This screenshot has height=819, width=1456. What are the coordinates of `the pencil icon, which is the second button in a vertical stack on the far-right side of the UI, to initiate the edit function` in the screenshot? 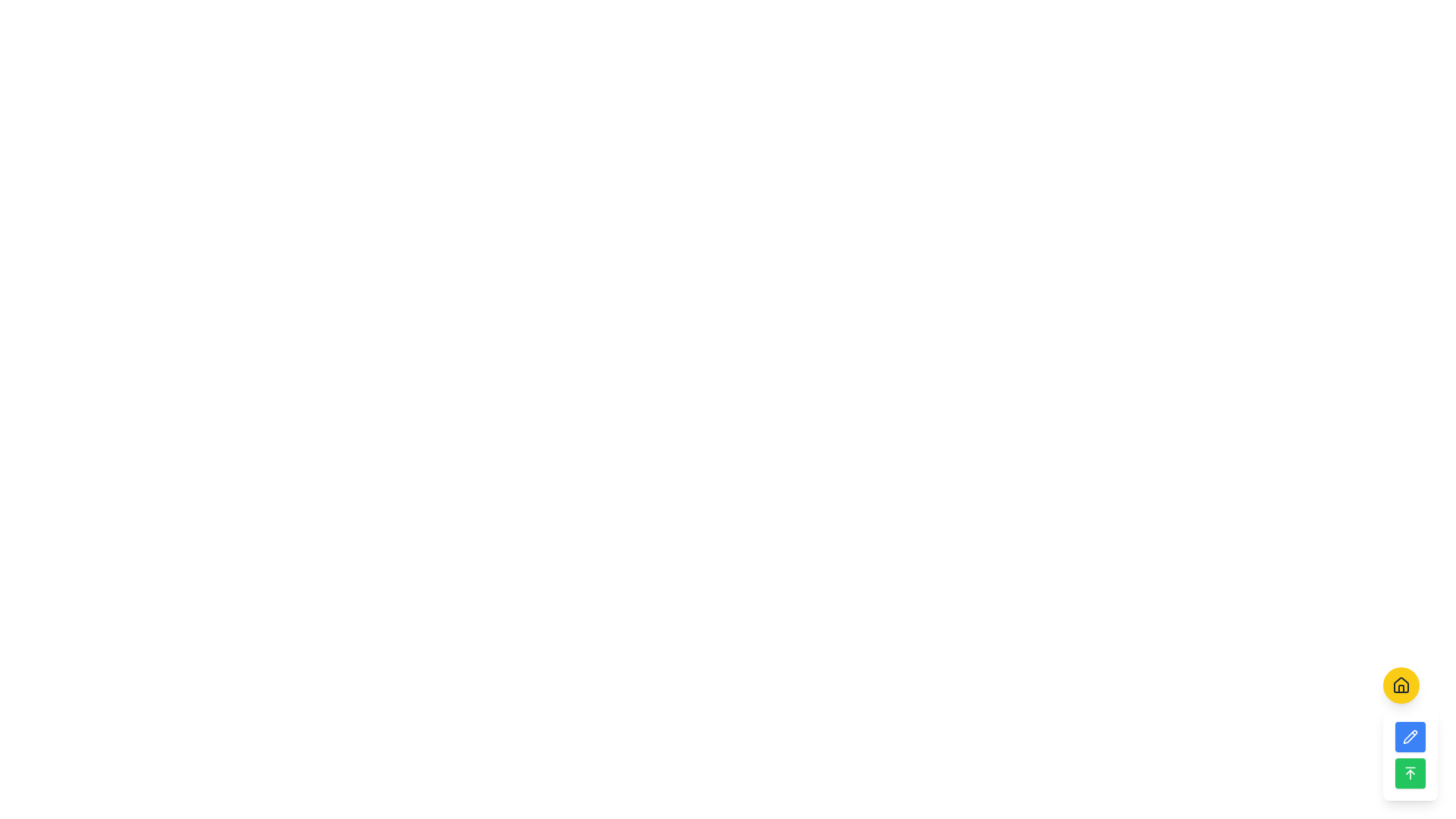 It's located at (1410, 736).